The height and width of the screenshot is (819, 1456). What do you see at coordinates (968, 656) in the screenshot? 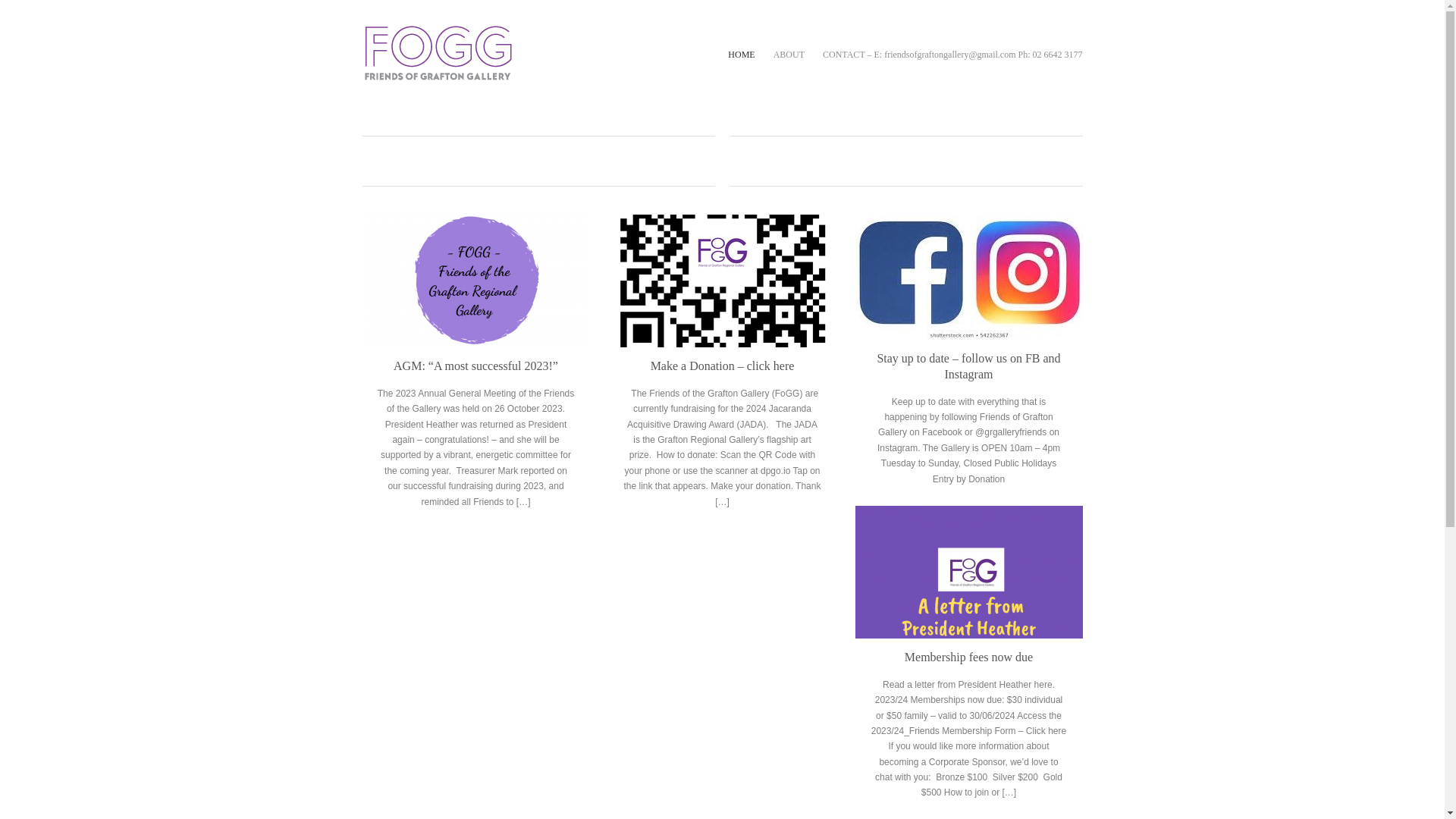
I see `'Membership fees now due'` at bounding box center [968, 656].